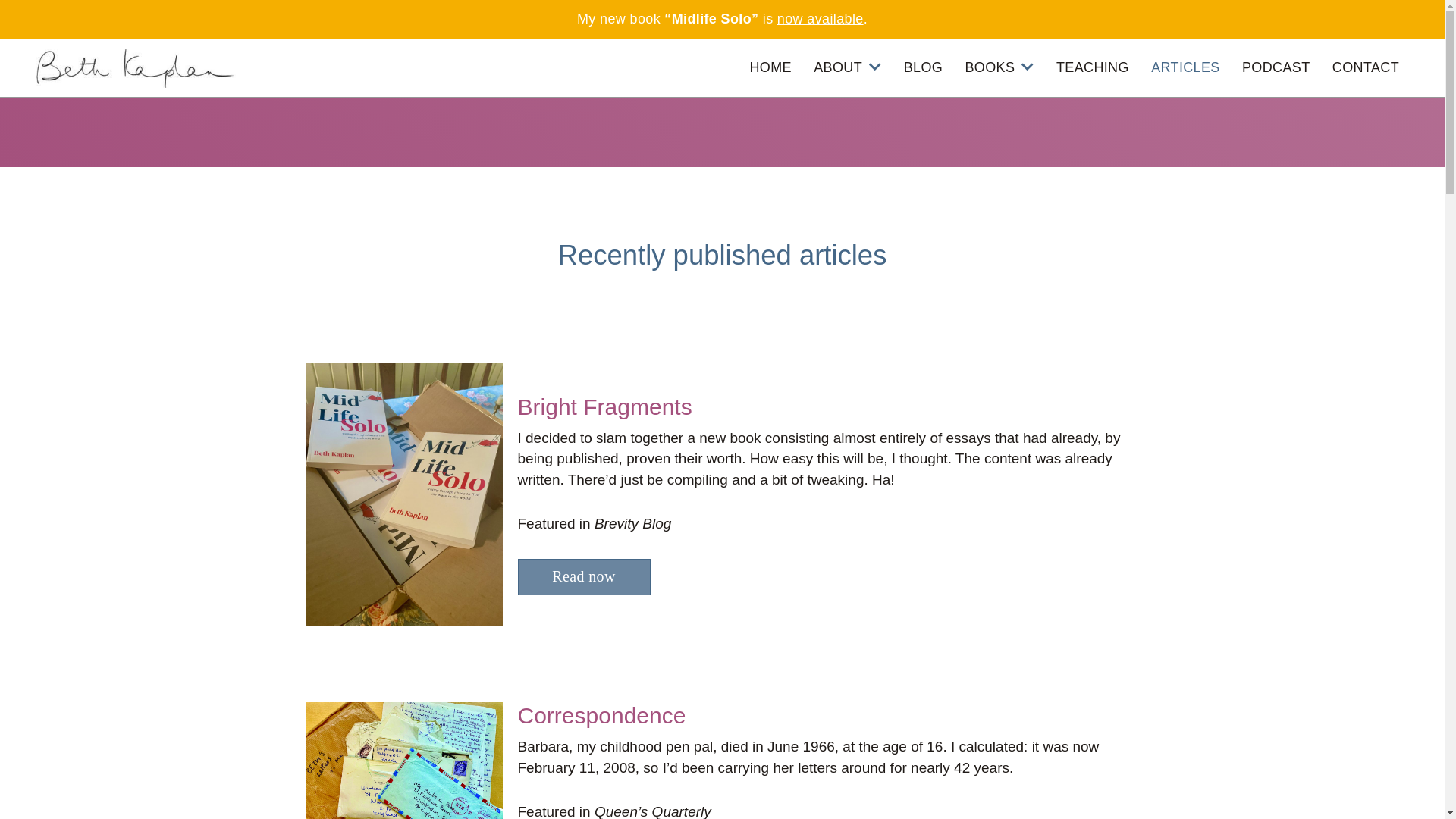 The height and width of the screenshot is (819, 1456). Describe the element at coordinates (846, 67) in the screenshot. I see `'ABOUT'` at that location.